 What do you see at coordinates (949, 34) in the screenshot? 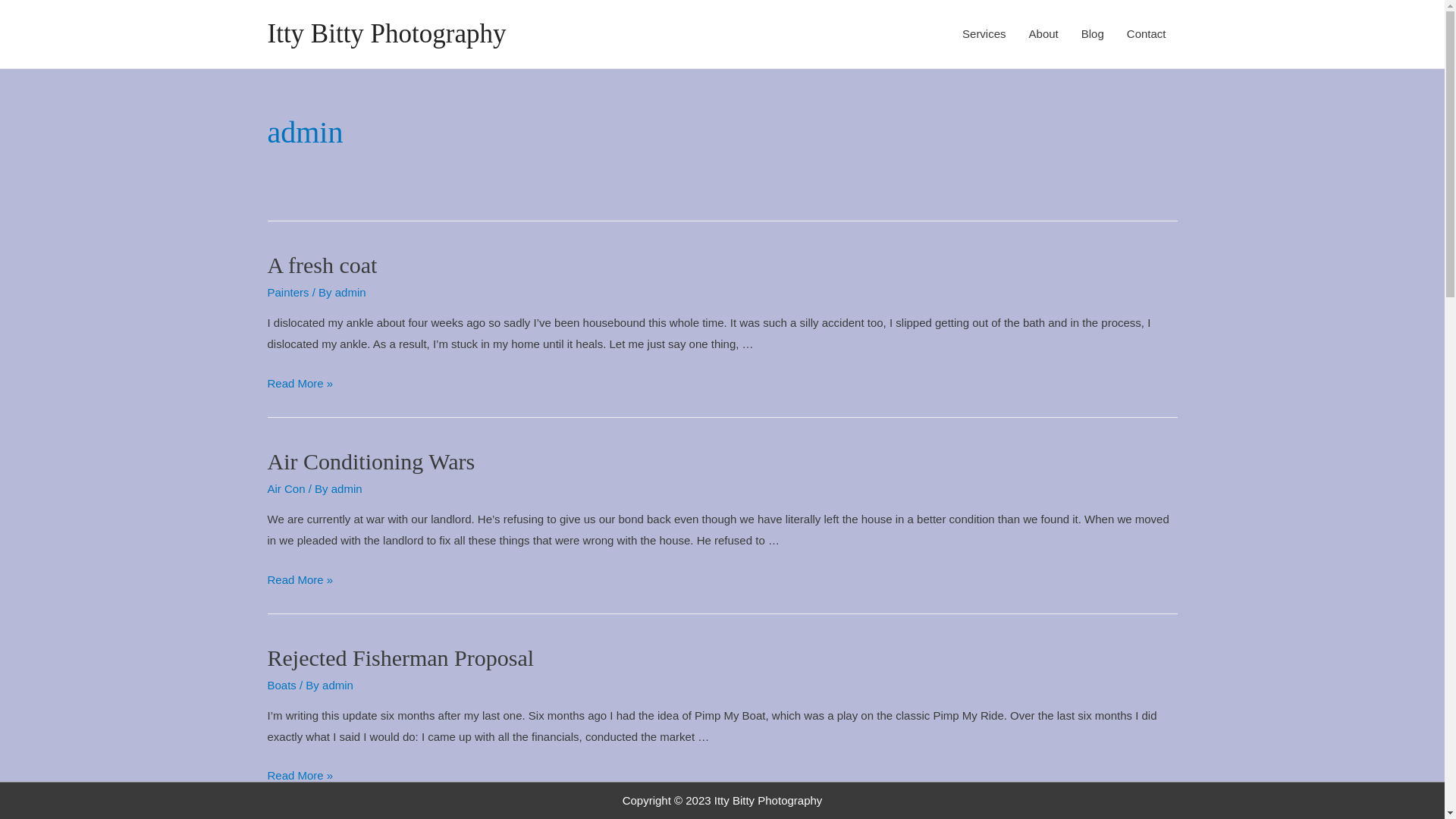
I see `'Services'` at bounding box center [949, 34].